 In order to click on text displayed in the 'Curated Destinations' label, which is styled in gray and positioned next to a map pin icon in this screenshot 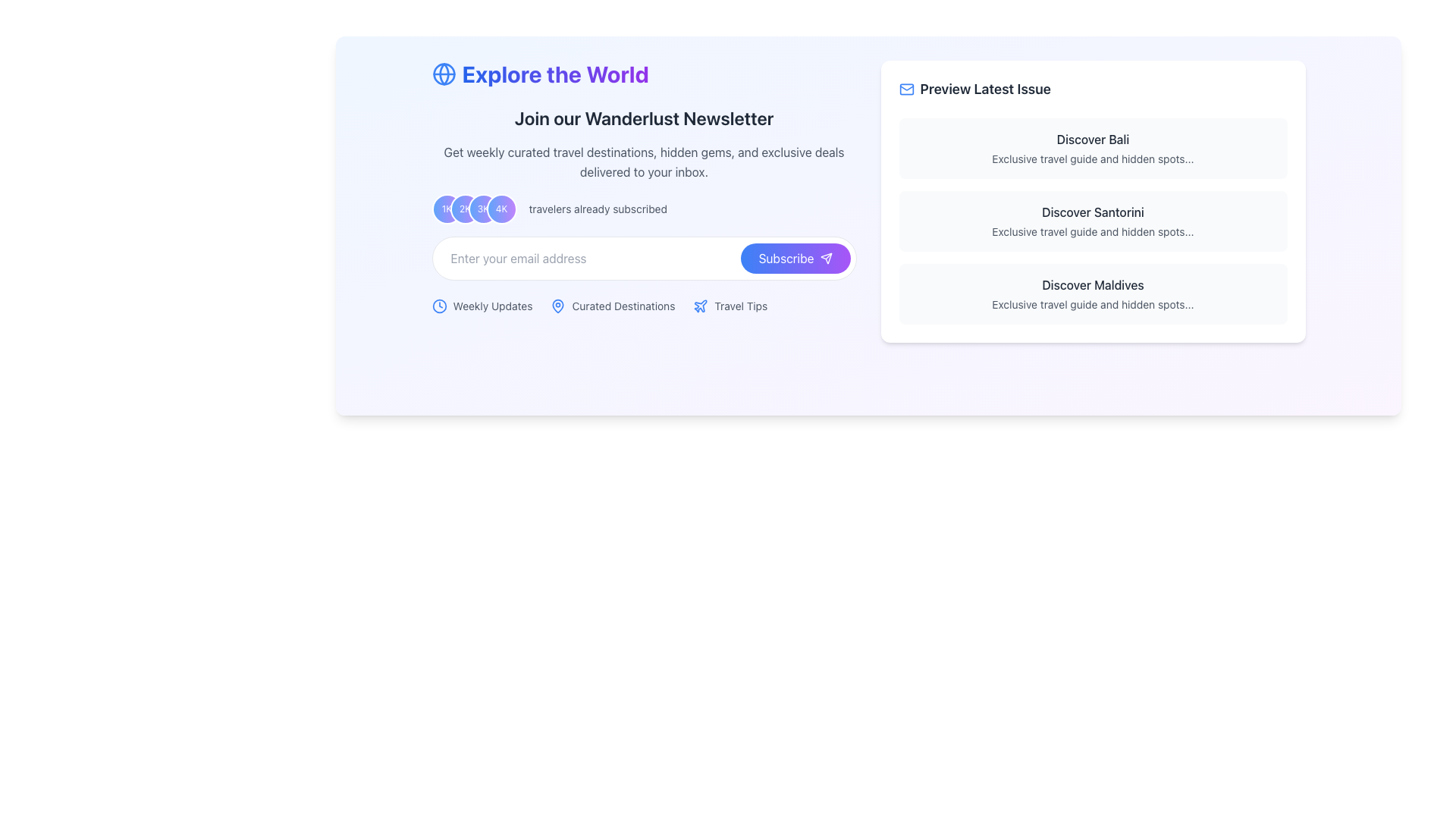, I will do `click(623, 306)`.